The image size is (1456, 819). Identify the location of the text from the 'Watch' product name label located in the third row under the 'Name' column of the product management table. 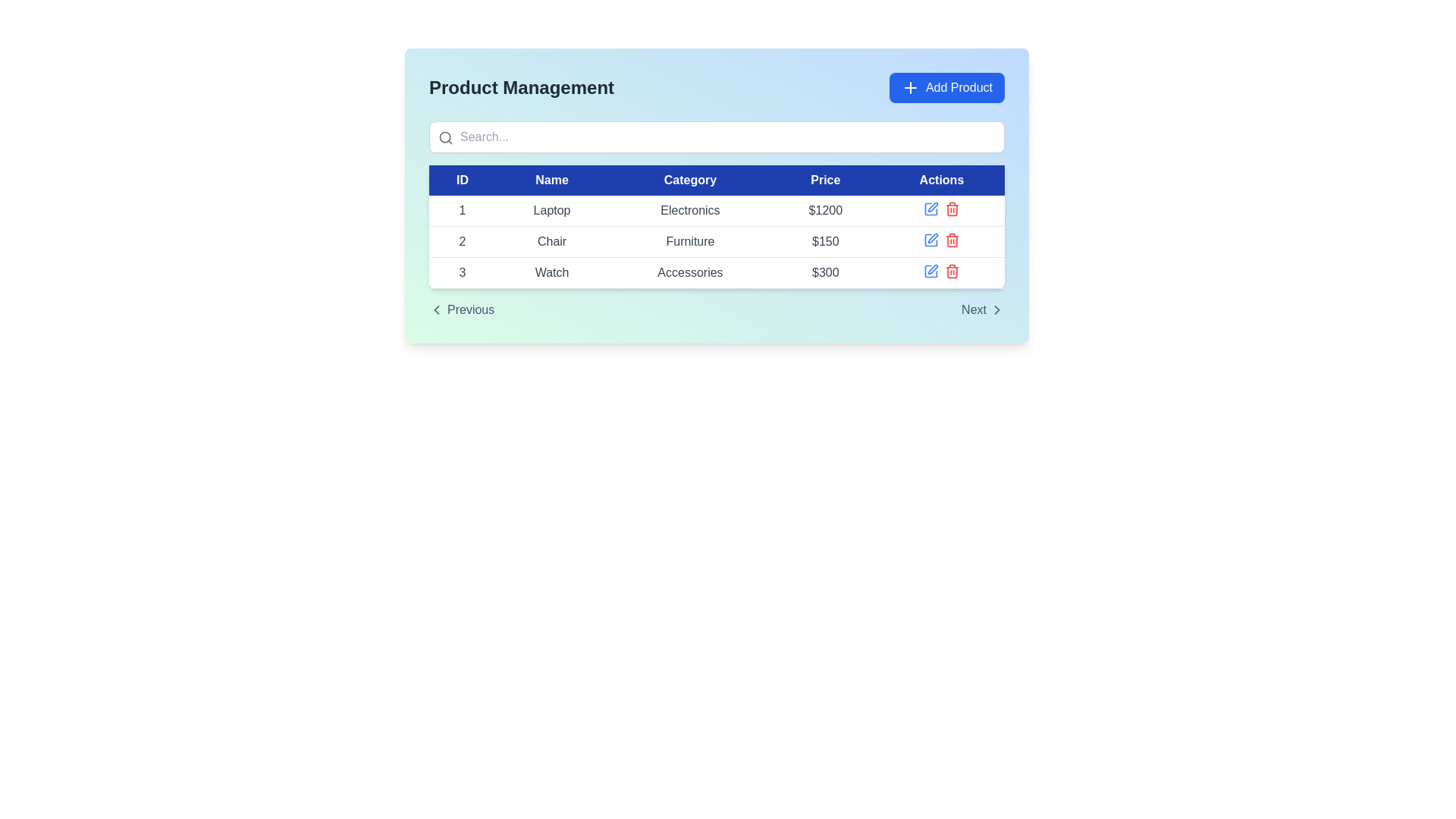
(551, 271).